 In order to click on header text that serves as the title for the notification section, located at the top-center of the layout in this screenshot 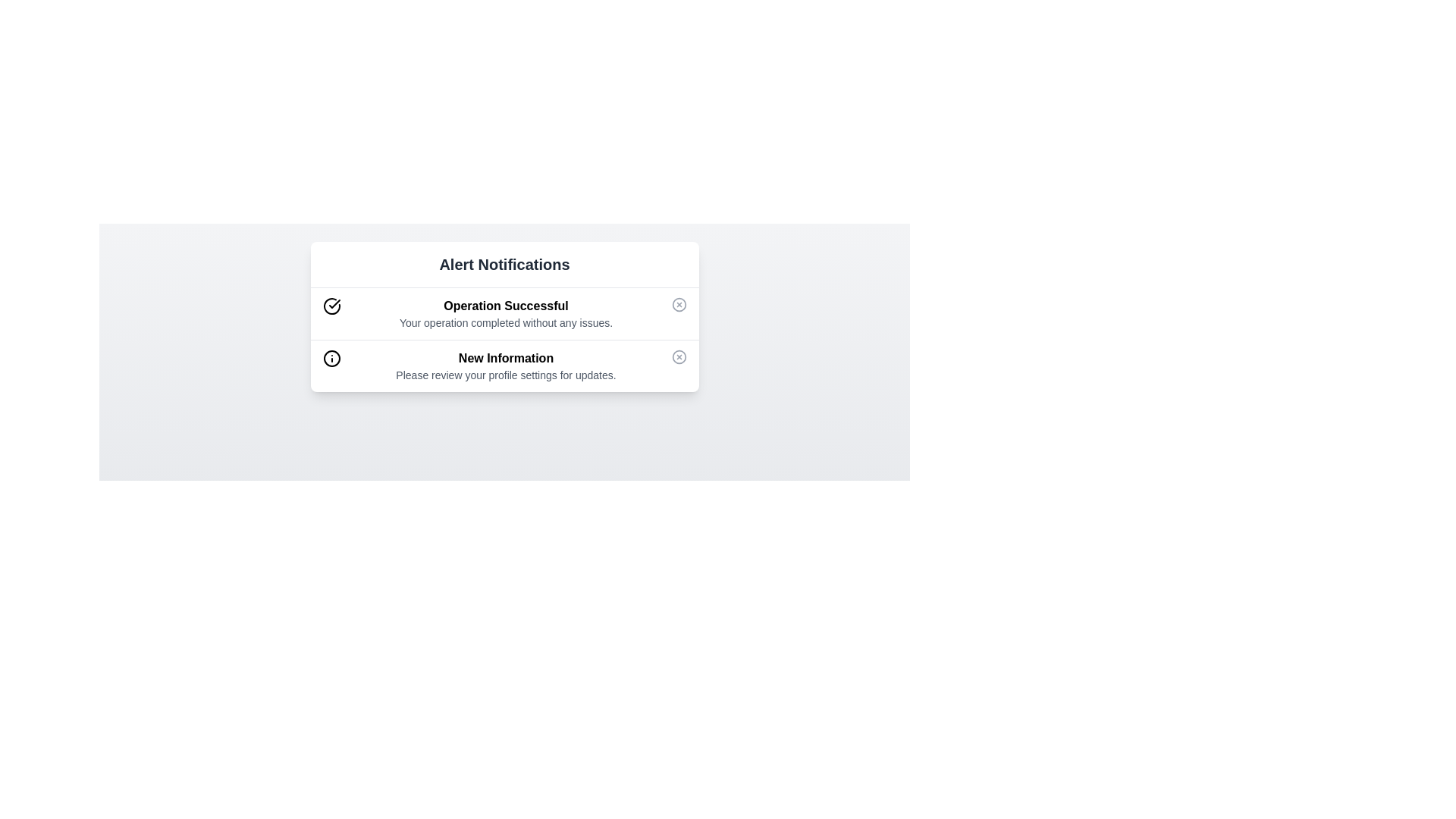, I will do `click(504, 264)`.